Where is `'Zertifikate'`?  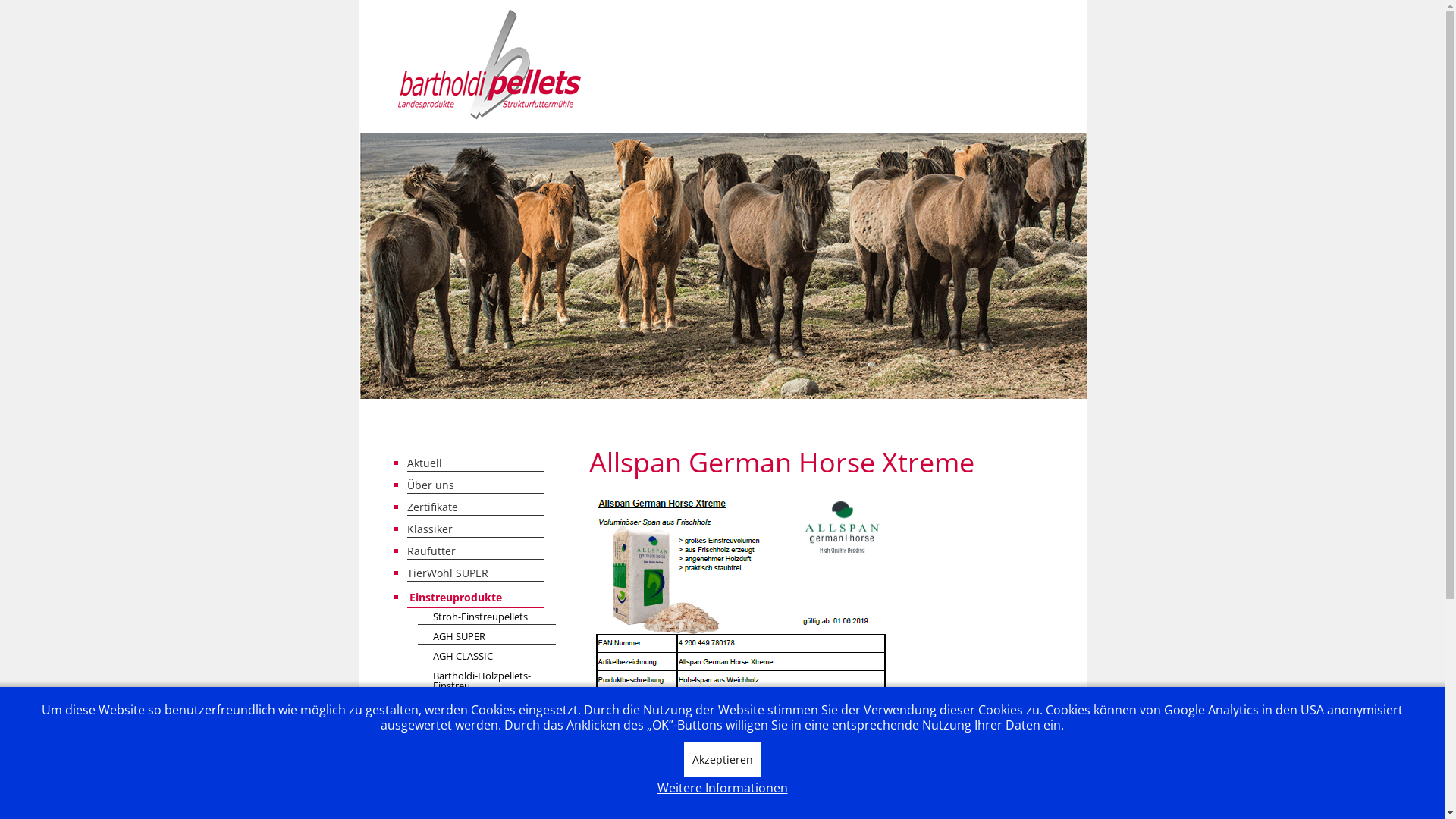
'Zertifikate' is located at coordinates (473, 507).